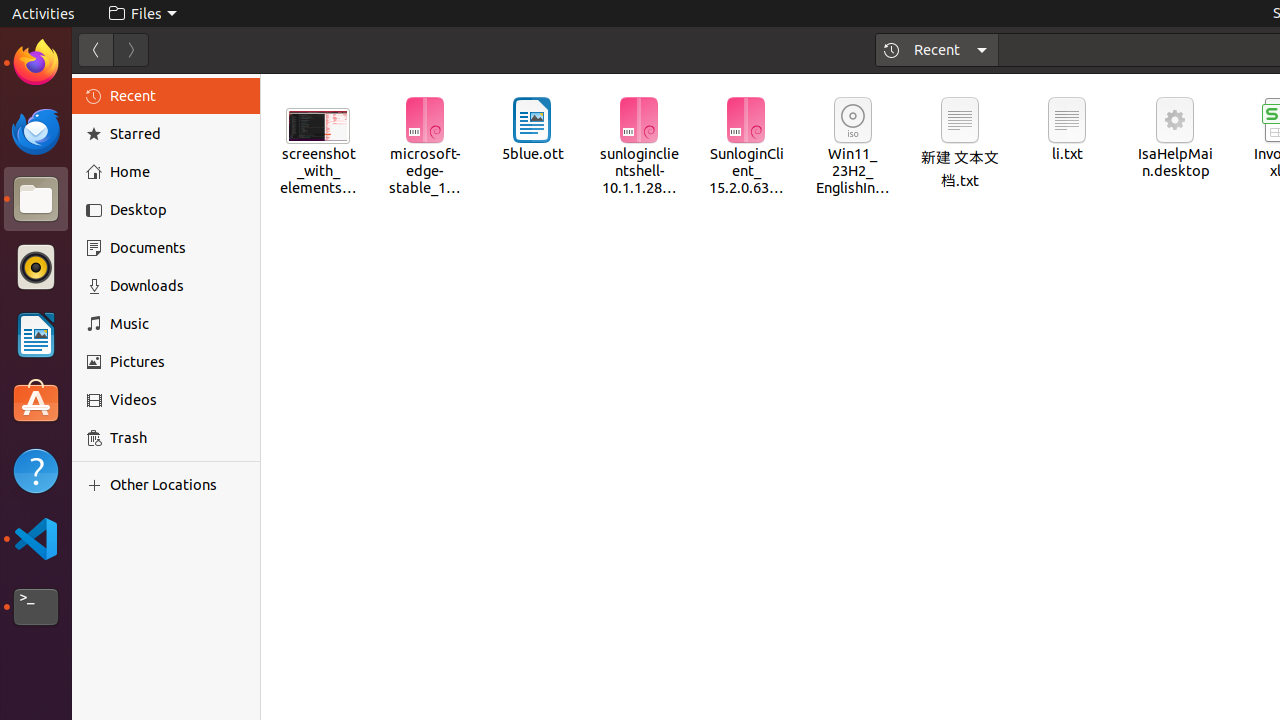  What do you see at coordinates (178, 362) in the screenshot?
I see `'Pictures'` at bounding box center [178, 362].